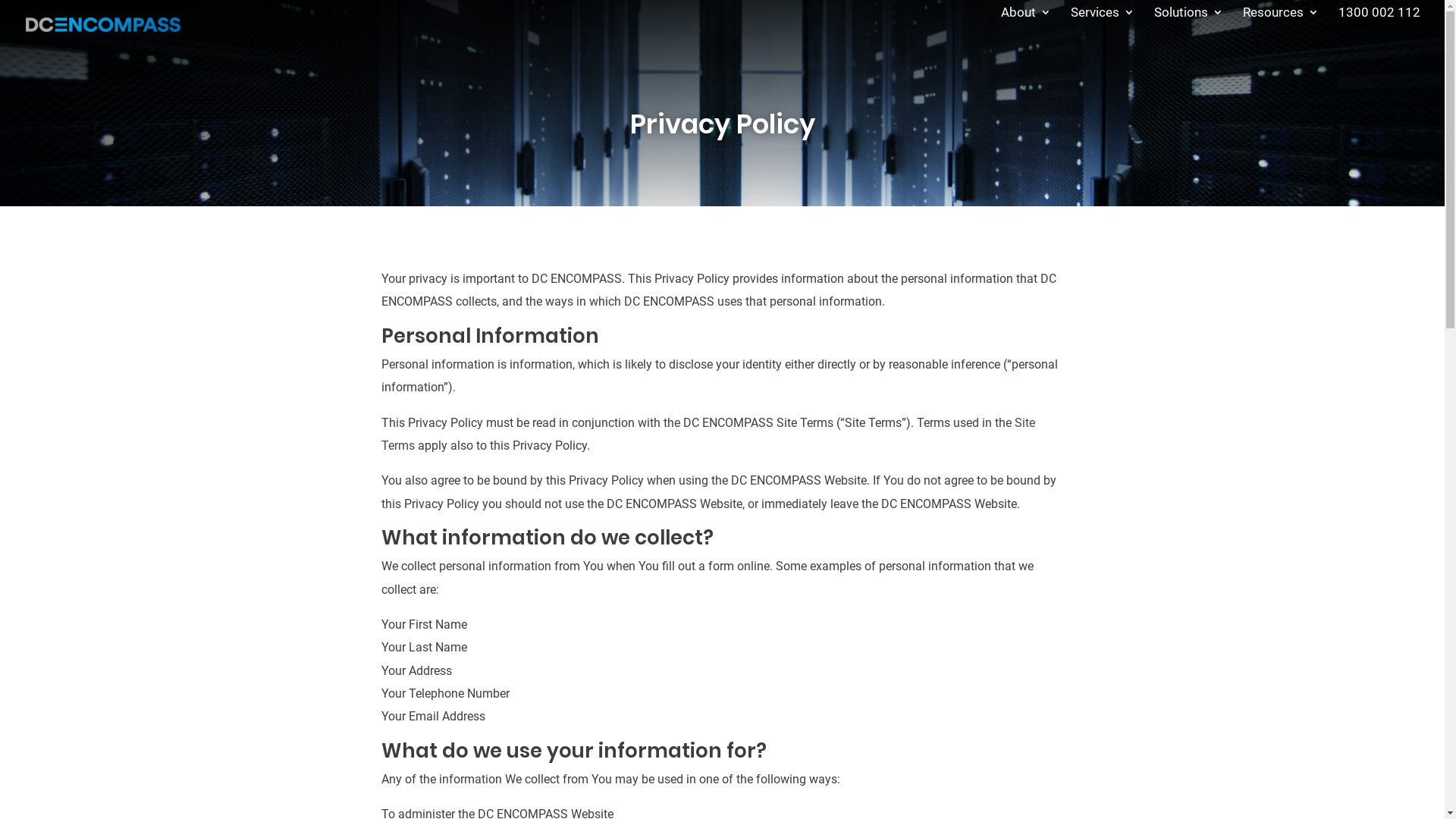 The height and width of the screenshot is (819, 1456). What do you see at coordinates (1280, 24) in the screenshot?
I see `'Resources'` at bounding box center [1280, 24].